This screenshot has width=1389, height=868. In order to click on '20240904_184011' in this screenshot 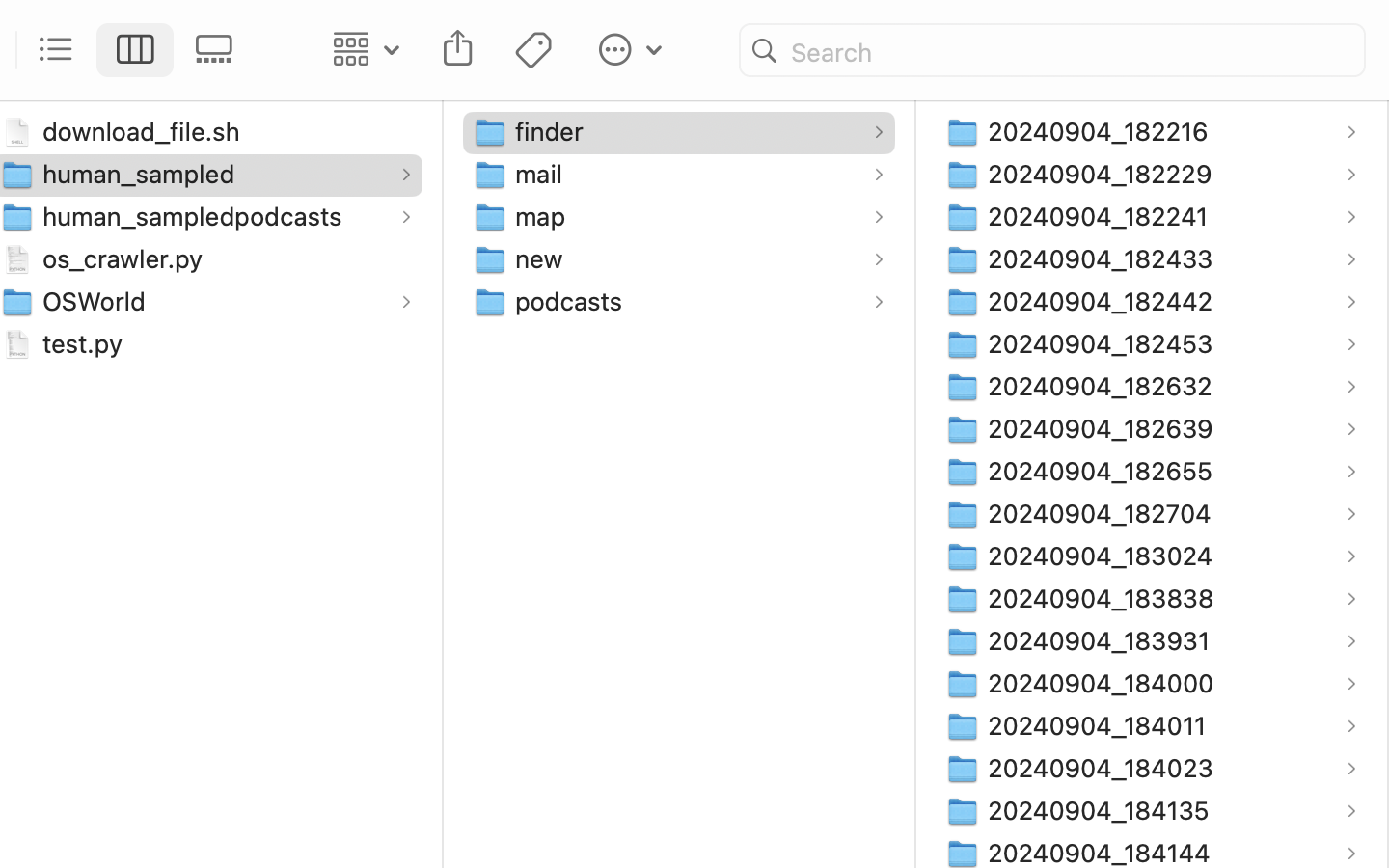, I will do `click(1102, 724)`.